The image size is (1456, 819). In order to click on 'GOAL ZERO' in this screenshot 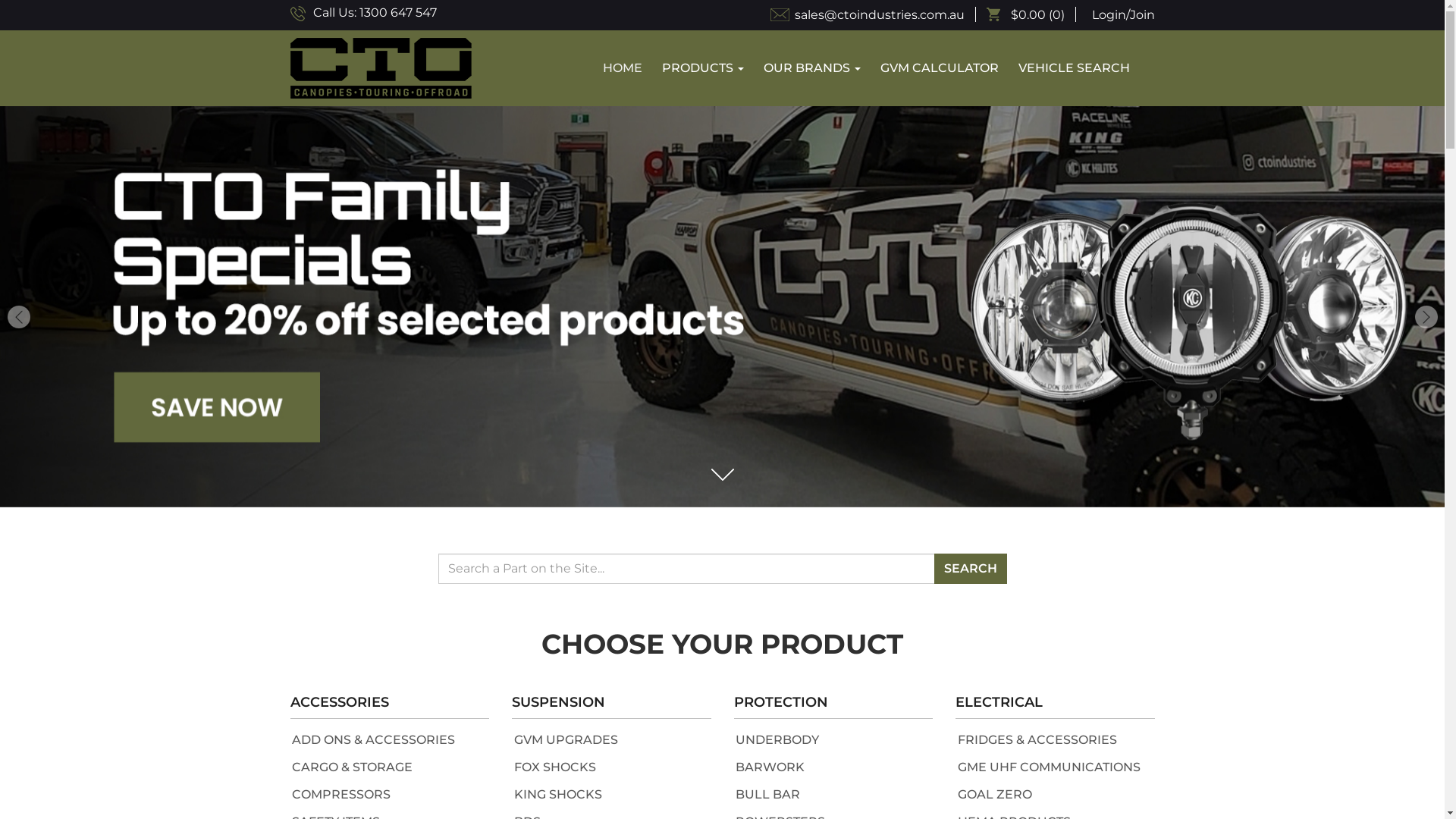, I will do `click(993, 793)`.